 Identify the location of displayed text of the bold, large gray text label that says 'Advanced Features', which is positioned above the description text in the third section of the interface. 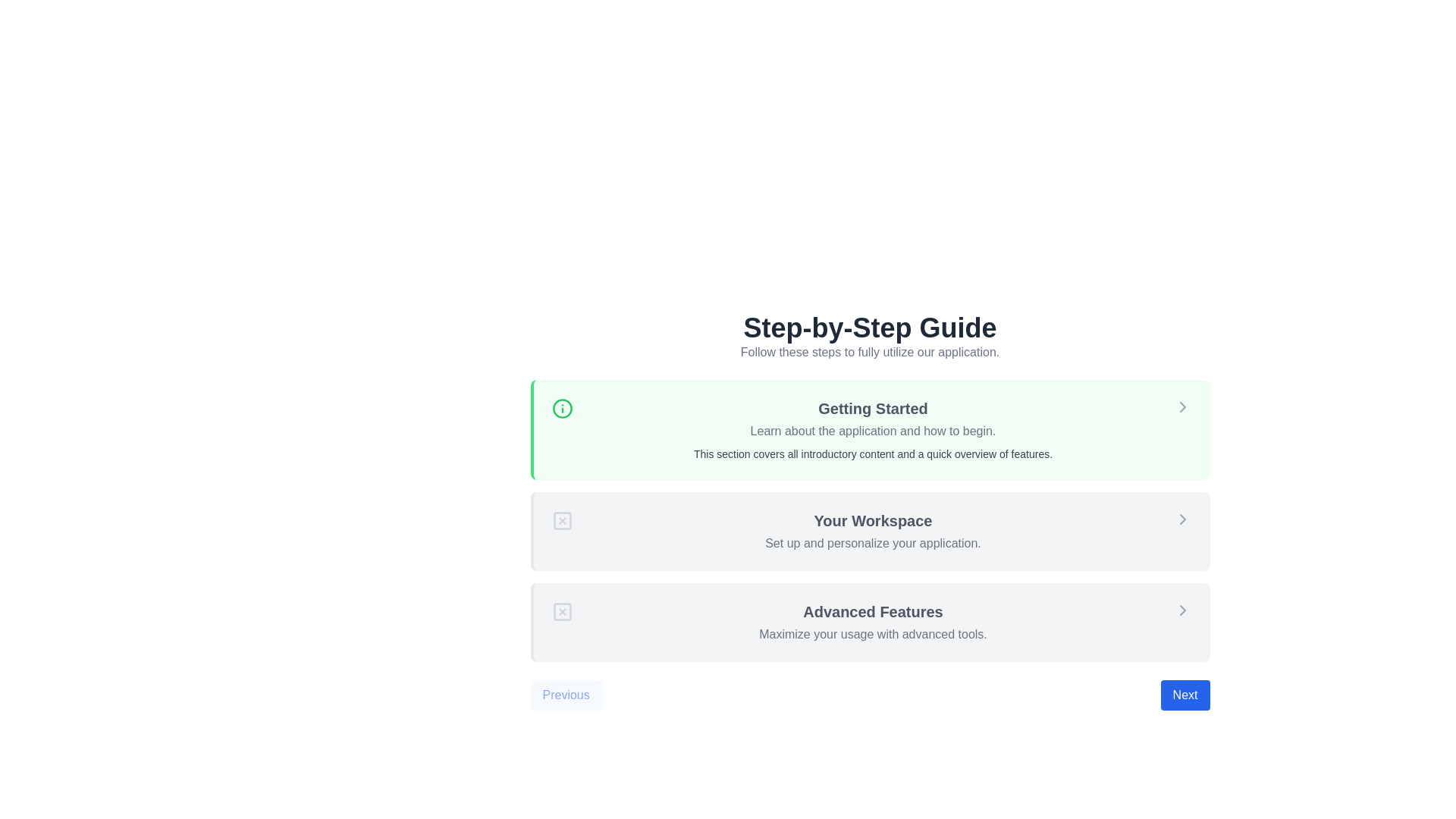
(873, 610).